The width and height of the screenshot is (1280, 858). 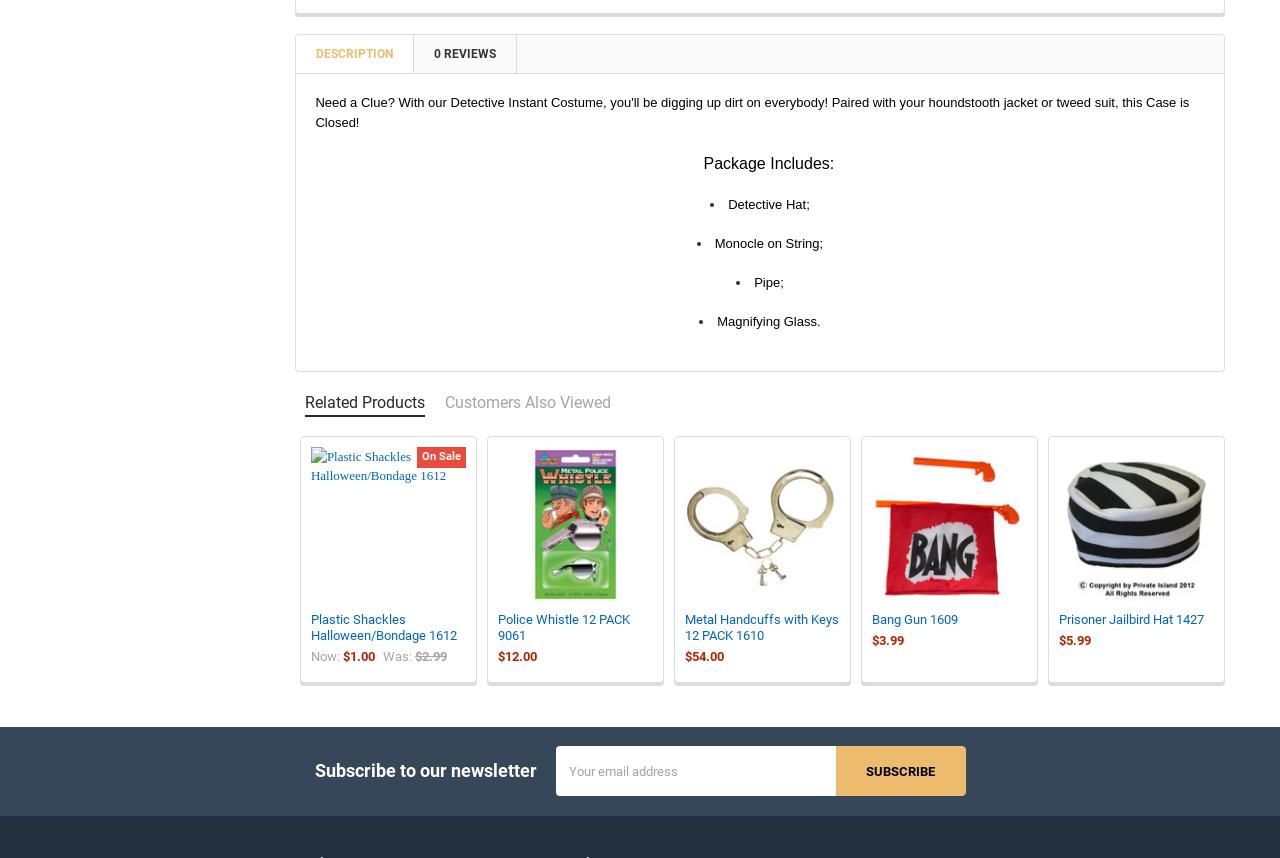 I want to click on 'Pipe;', so click(x=753, y=296).